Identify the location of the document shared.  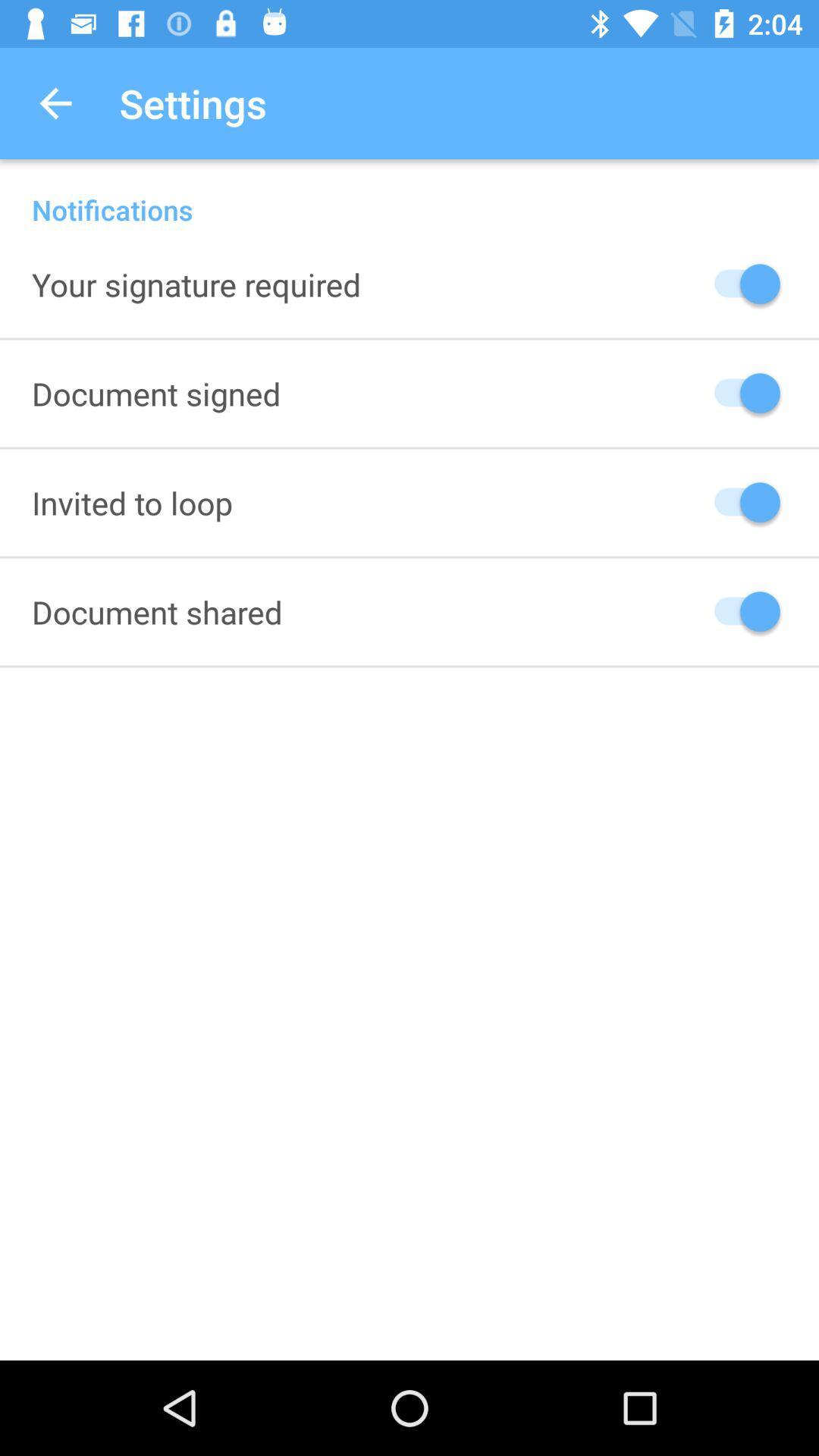
(157, 611).